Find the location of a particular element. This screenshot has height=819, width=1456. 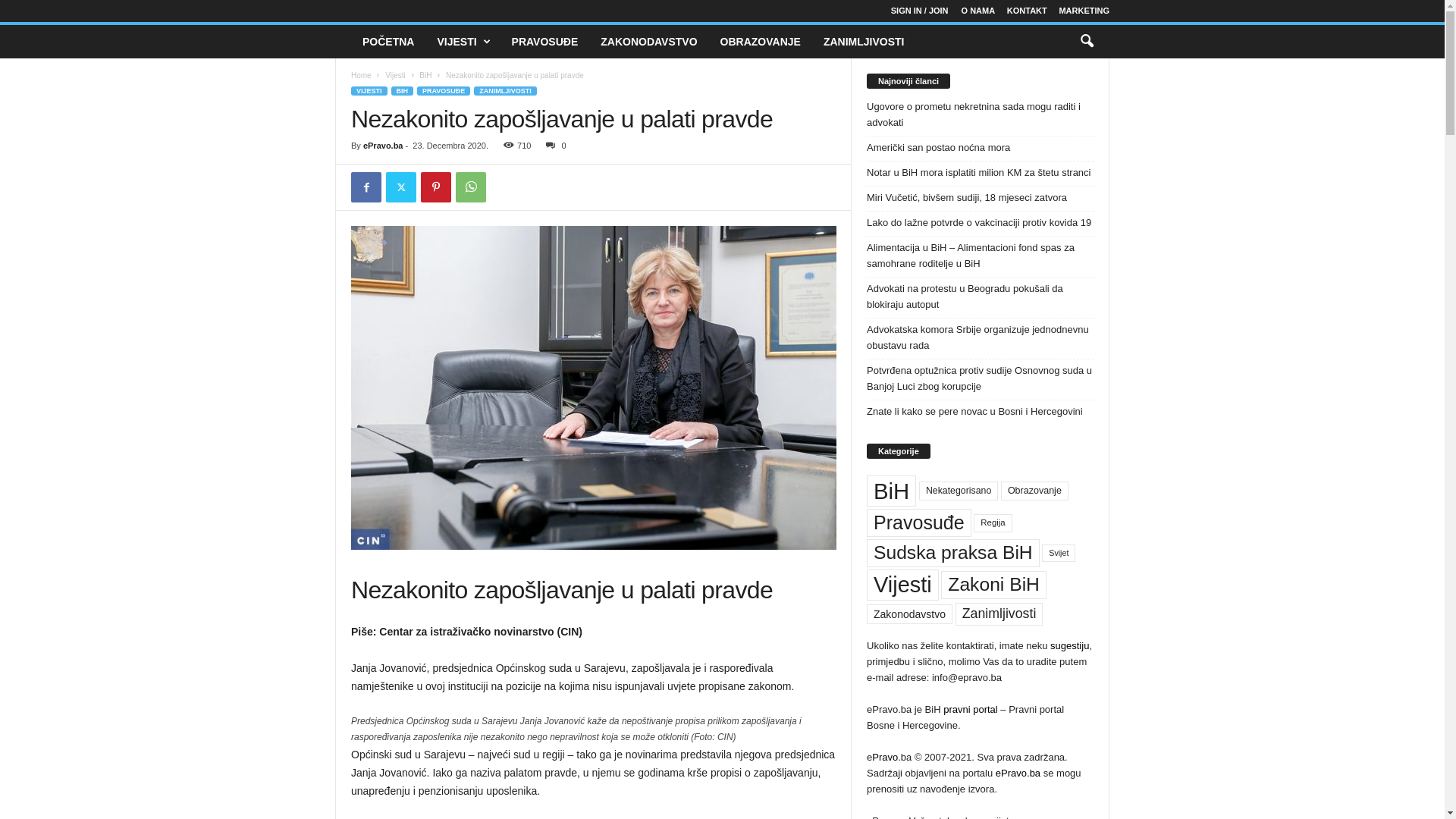

'ePravo.ba' is located at coordinates (383, 146).